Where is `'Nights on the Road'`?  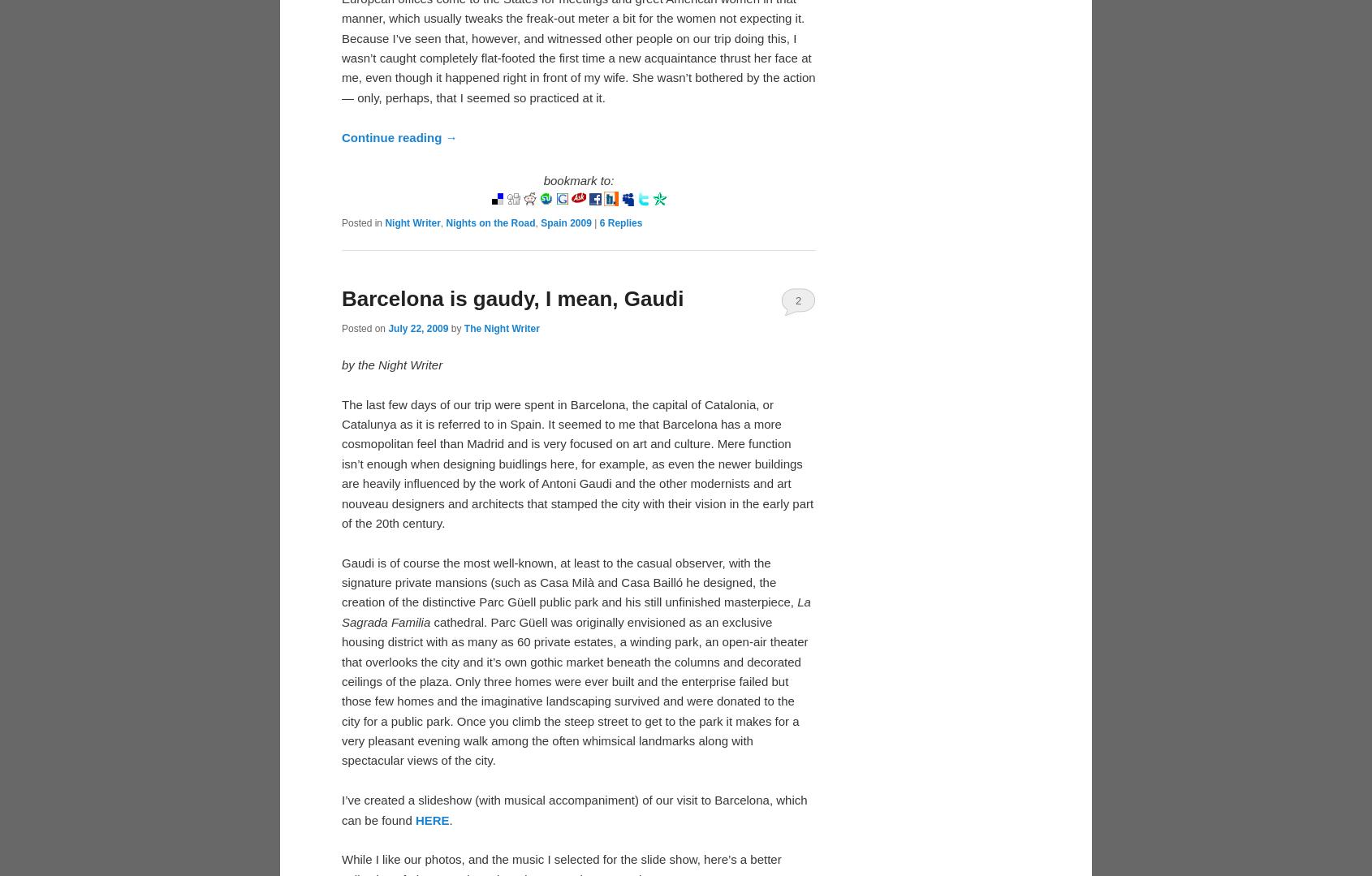
'Nights on the Road' is located at coordinates (490, 223).